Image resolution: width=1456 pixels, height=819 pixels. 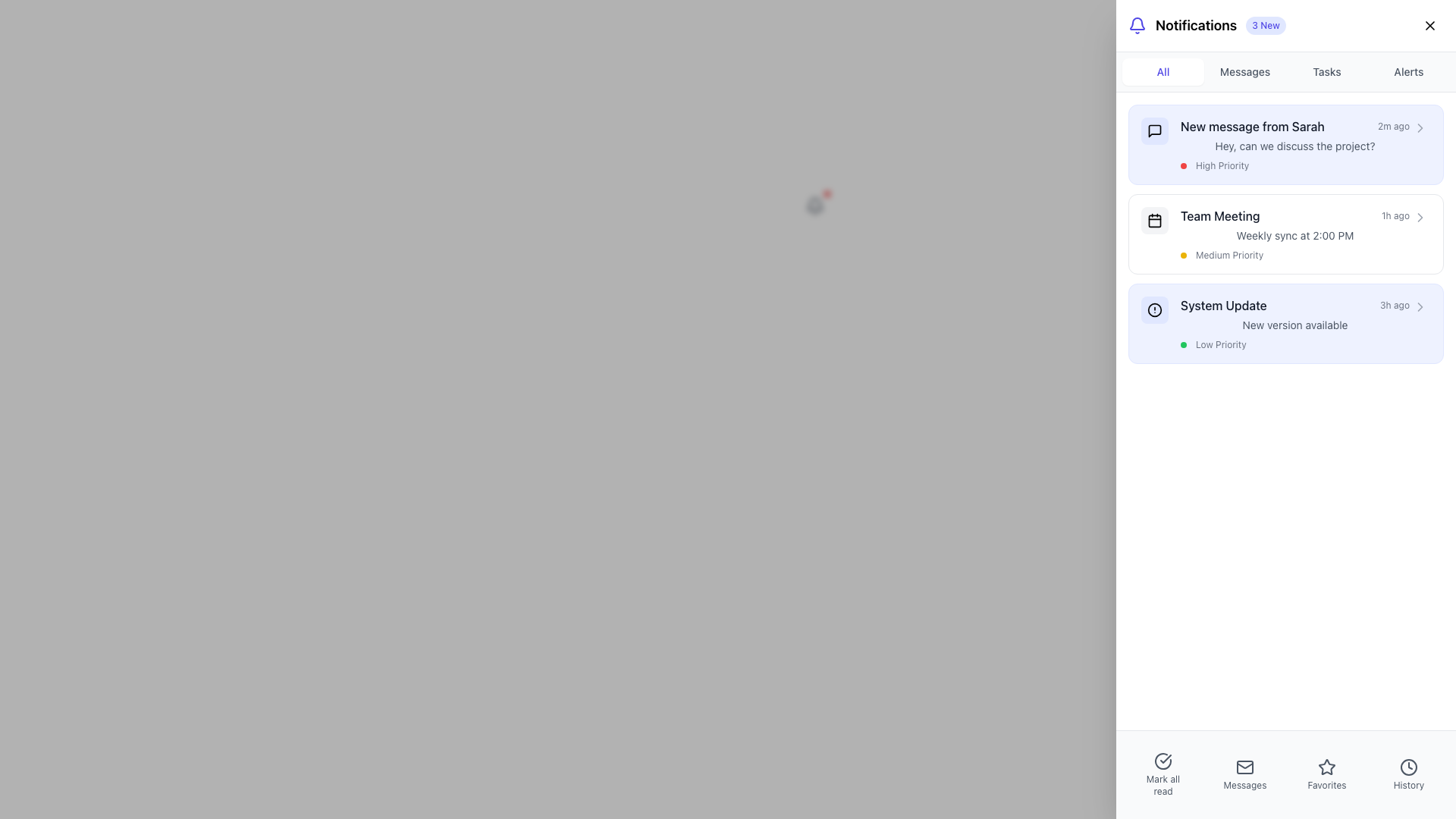 I want to click on the text displaying 'Hey, can we discuss the project?' which is located under the heading 'New message from Sarah', so click(x=1294, y=146).